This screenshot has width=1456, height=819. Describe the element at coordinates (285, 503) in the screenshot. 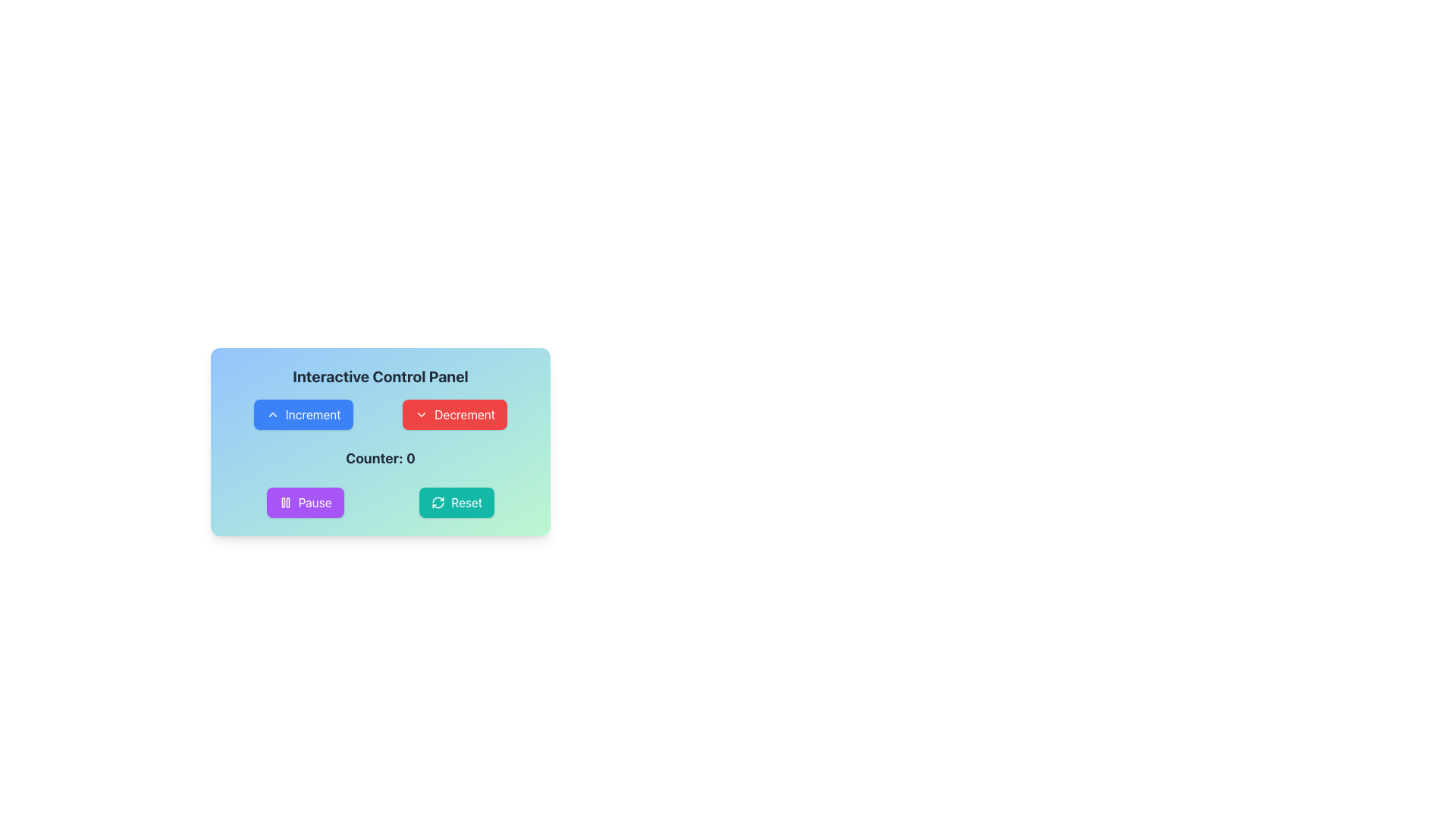

I see `the pause icon, which is represented by two vertical rectangles side-by-side, located within the 'Pause' button on the left side of the button labeled 'Pause'` at that location.